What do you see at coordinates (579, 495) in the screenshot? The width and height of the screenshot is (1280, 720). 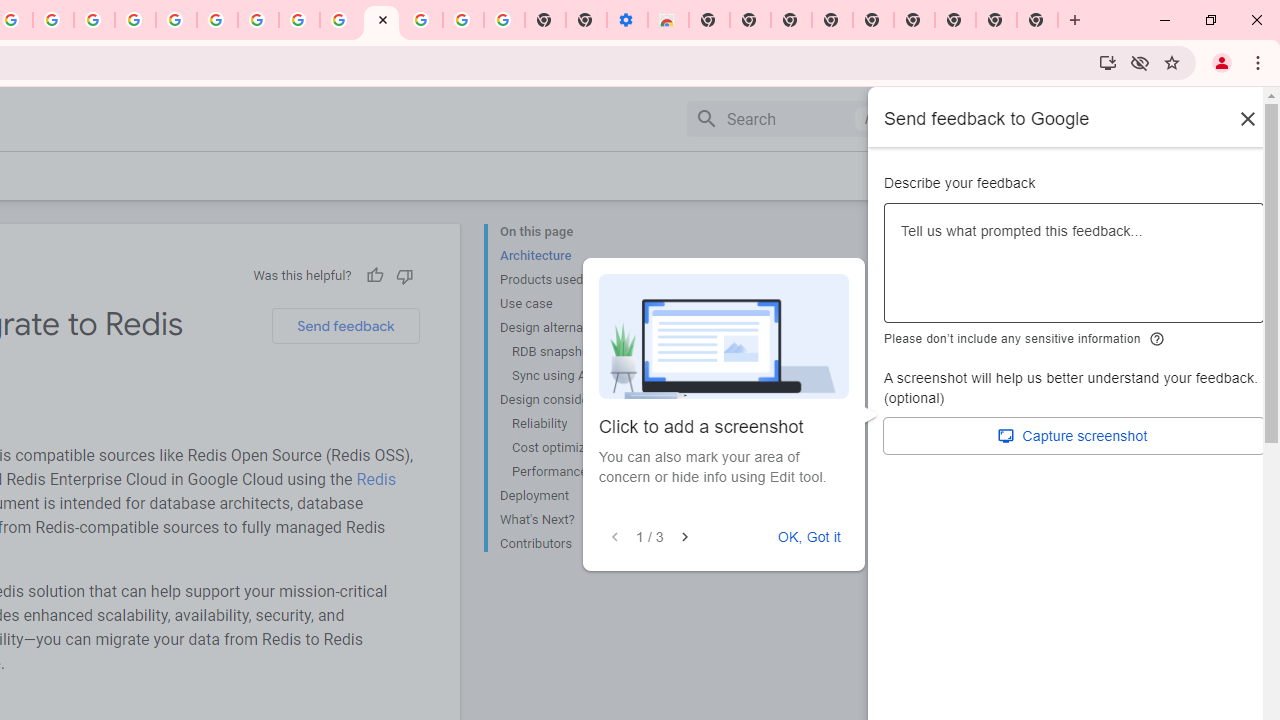 I see `'Deployment'` at bounding box center [579, 495].